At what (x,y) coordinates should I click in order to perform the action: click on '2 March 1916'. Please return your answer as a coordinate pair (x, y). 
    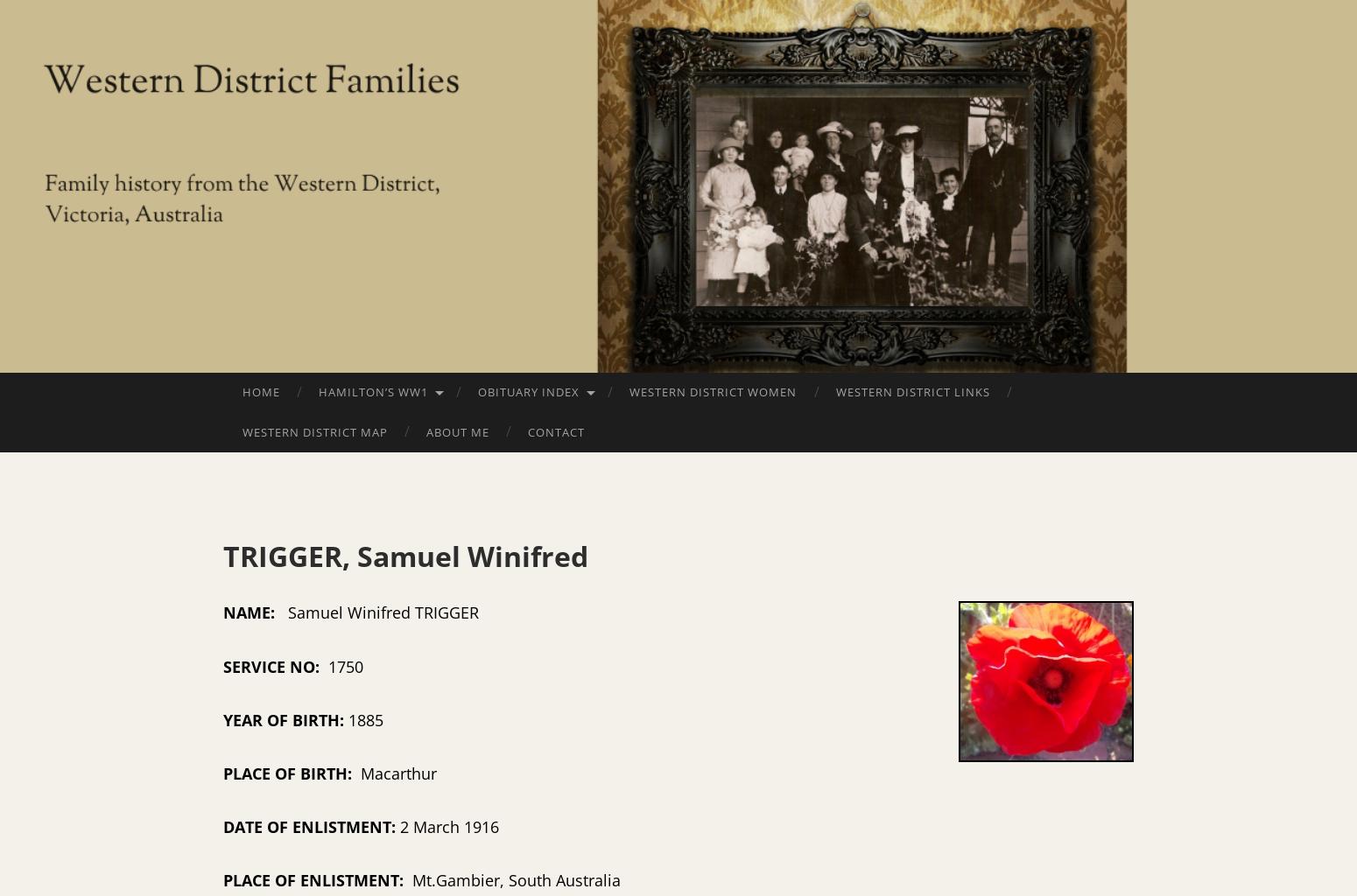
    Looking at the image, I should click on (448, 827).